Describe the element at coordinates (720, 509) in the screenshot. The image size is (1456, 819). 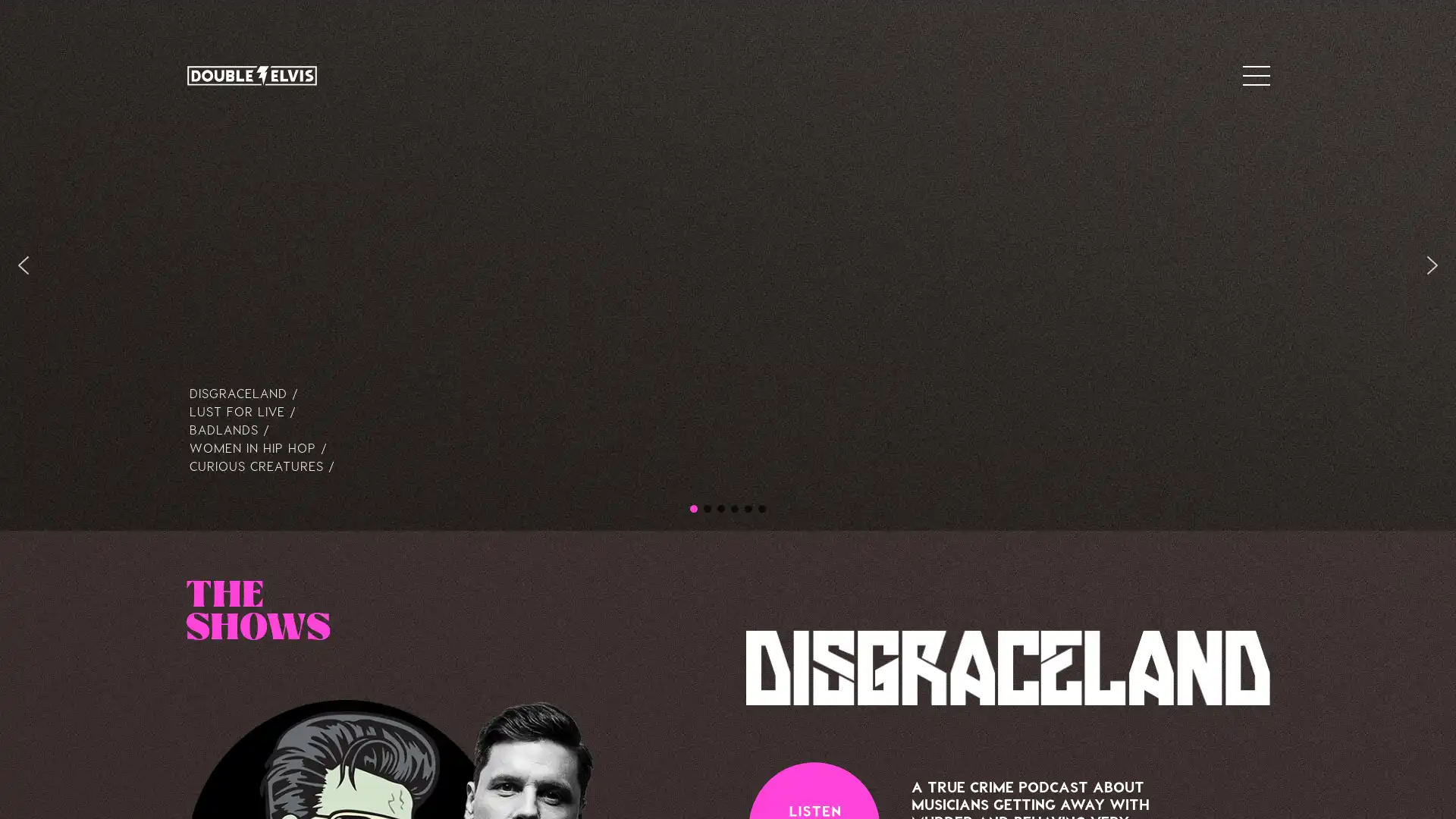
I see `Lust for Live hero` at that location.